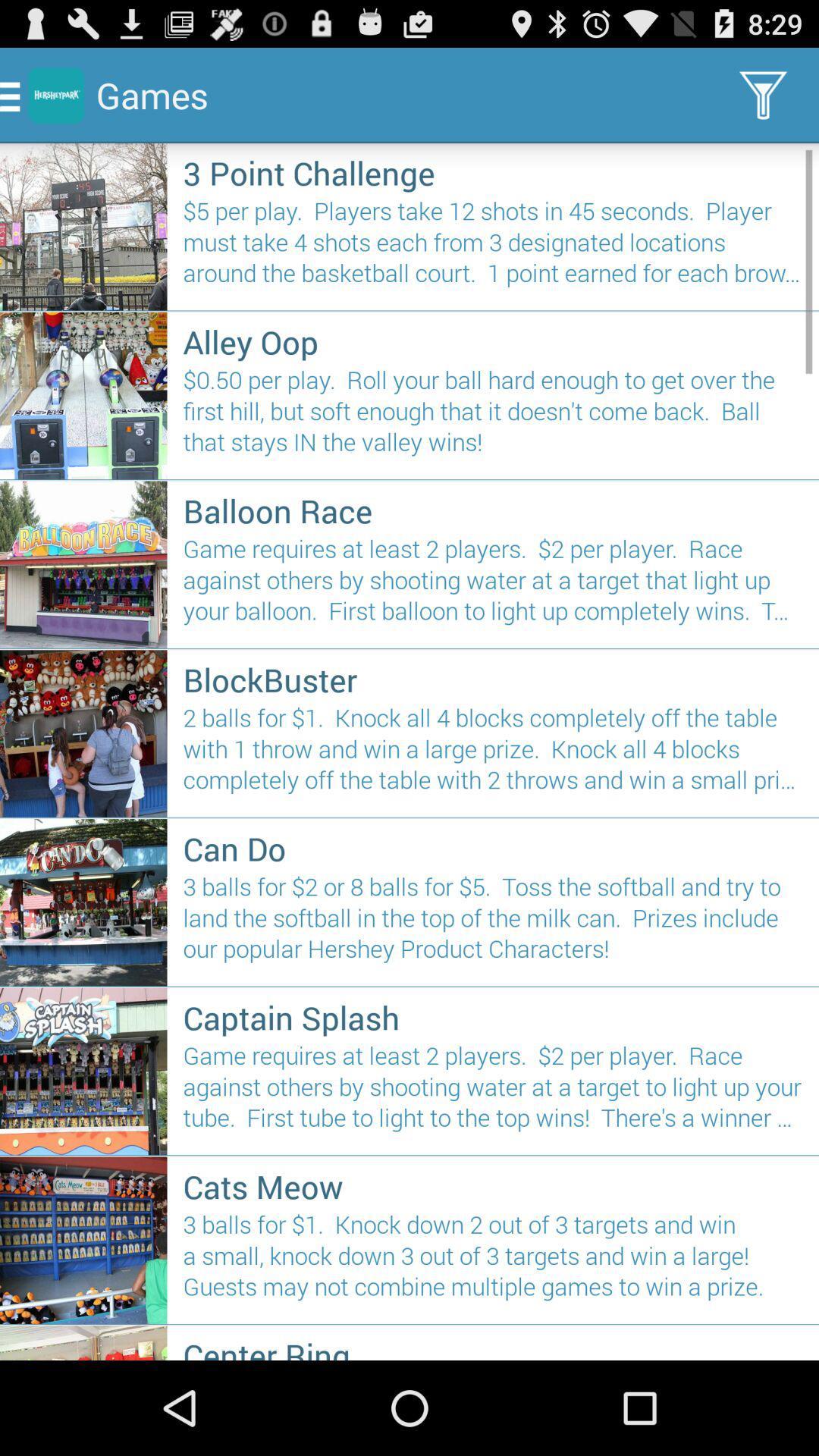 The image size is (819, 1456). Describe the element at coordinates (493, 679) in the screenshot. I see `blockbuster` at that location.